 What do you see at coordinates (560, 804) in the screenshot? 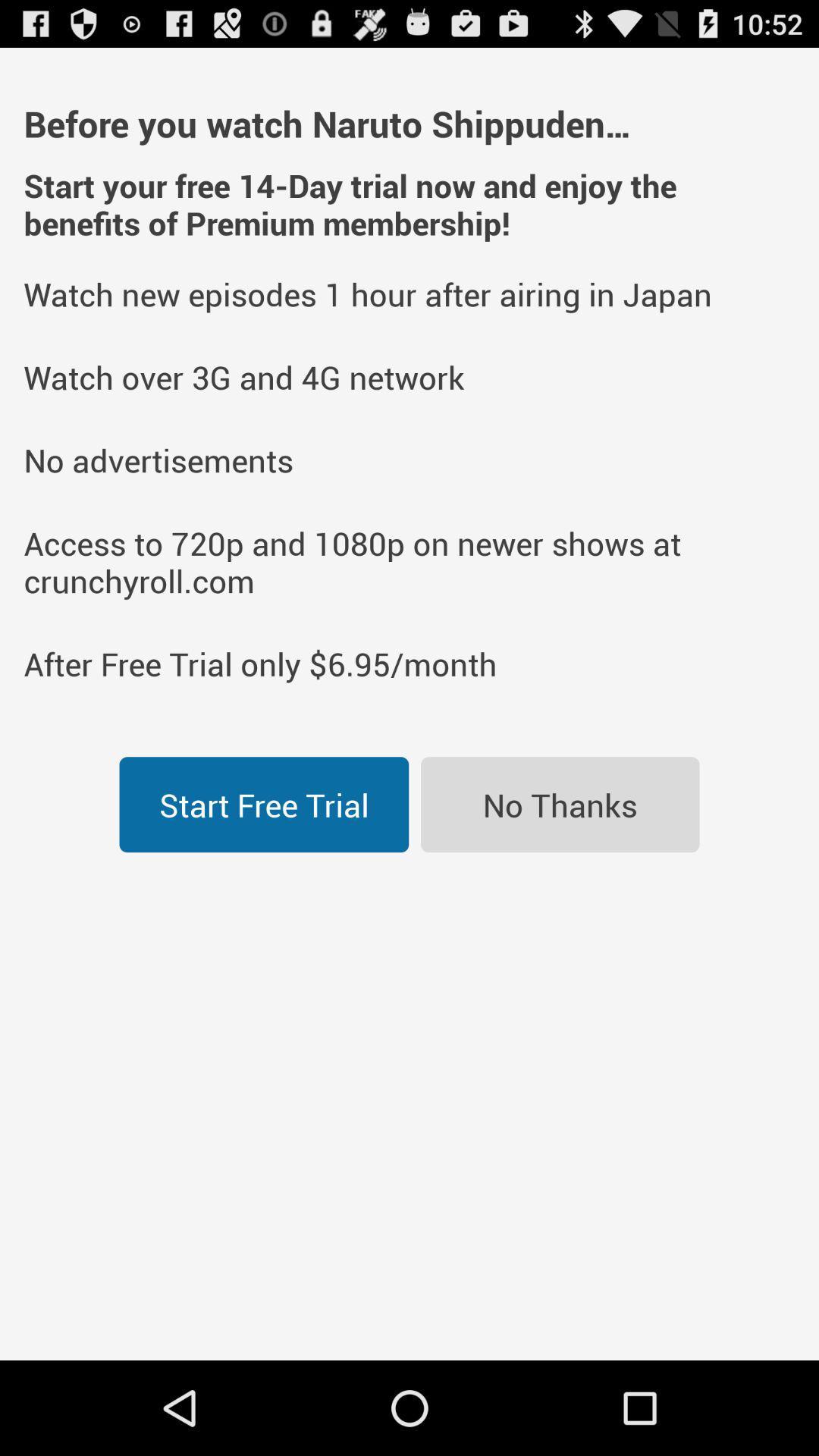
I see `no thanks on the right` at bounding box center [560, 804].